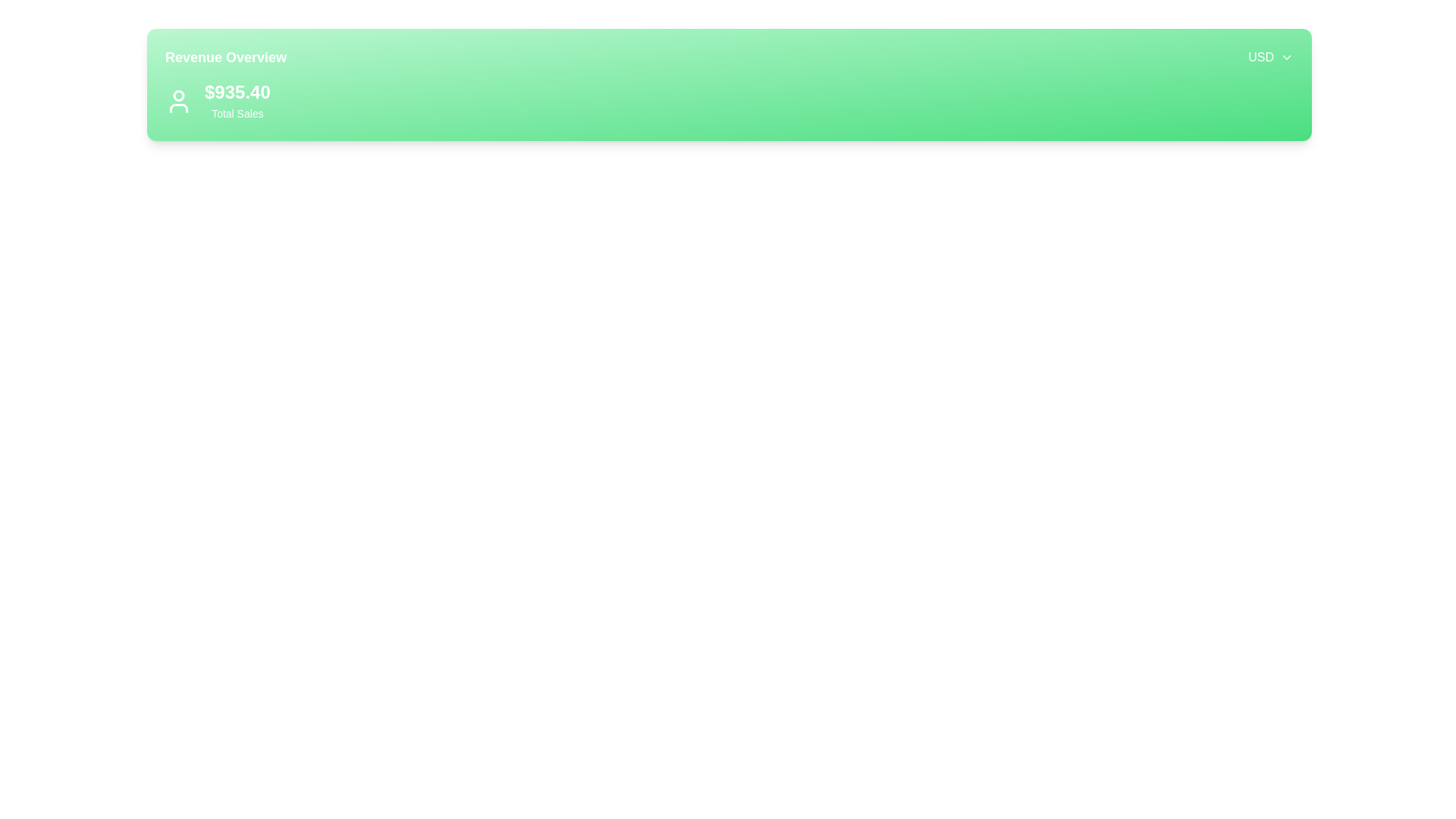 This screenshot has width=1456, height=819. Describe the element at coordinates (178, 96) in the screenshot. I see `the decorative graphical circle element representing the user profile icon located in the Revenue Overview section, adjacent to the '$935.40 Total Sales' text` at that location.